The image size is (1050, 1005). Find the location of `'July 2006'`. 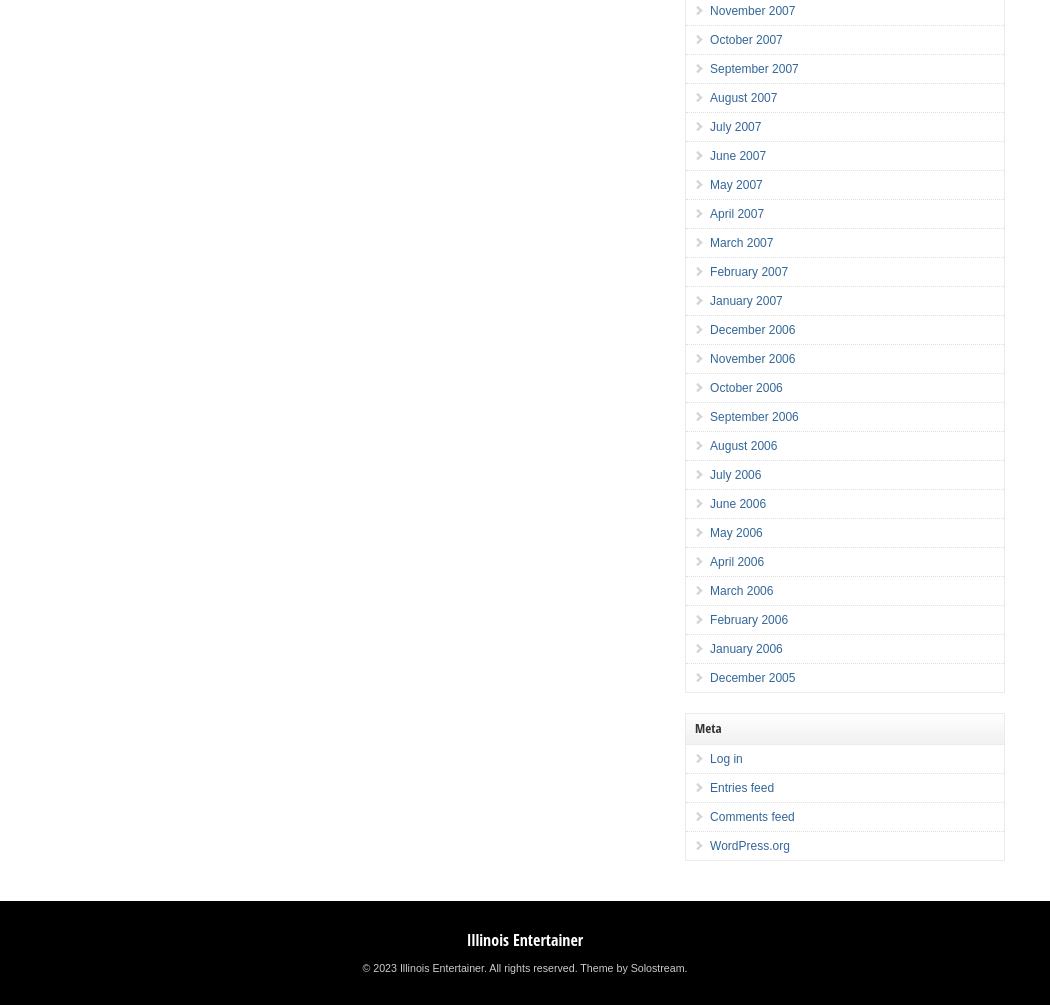

'July 2006' is located at coordinates (734, 474).